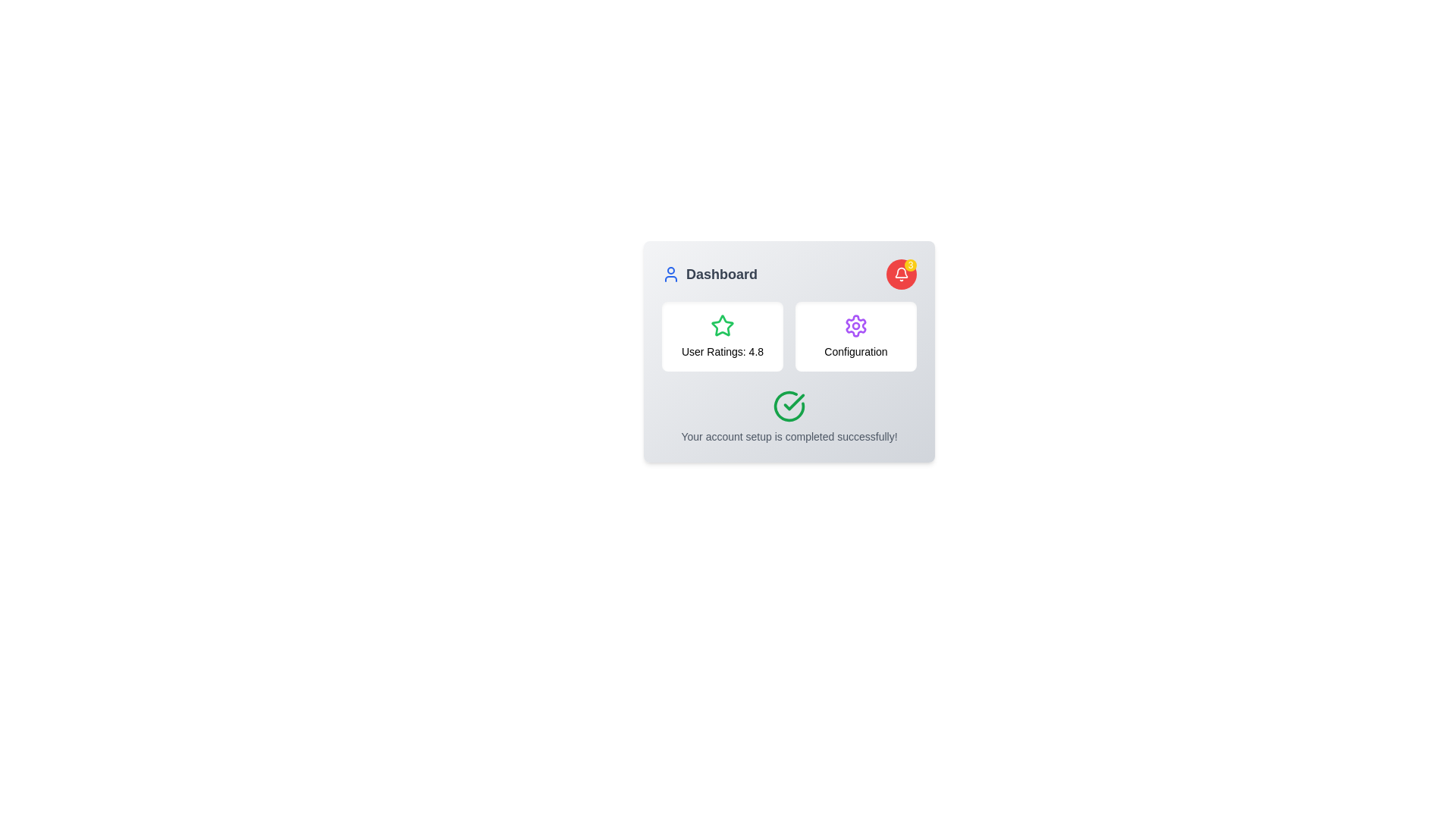 Image resolution: width=1456 pixels, height=819 pixels. What do you see at coordinates (721, 351) in the screenshot?
I see `the informational static text label that displays the user rating value, located below the green star icon in a card-like section on the left side of the UI` at bounding box center [721, 351].